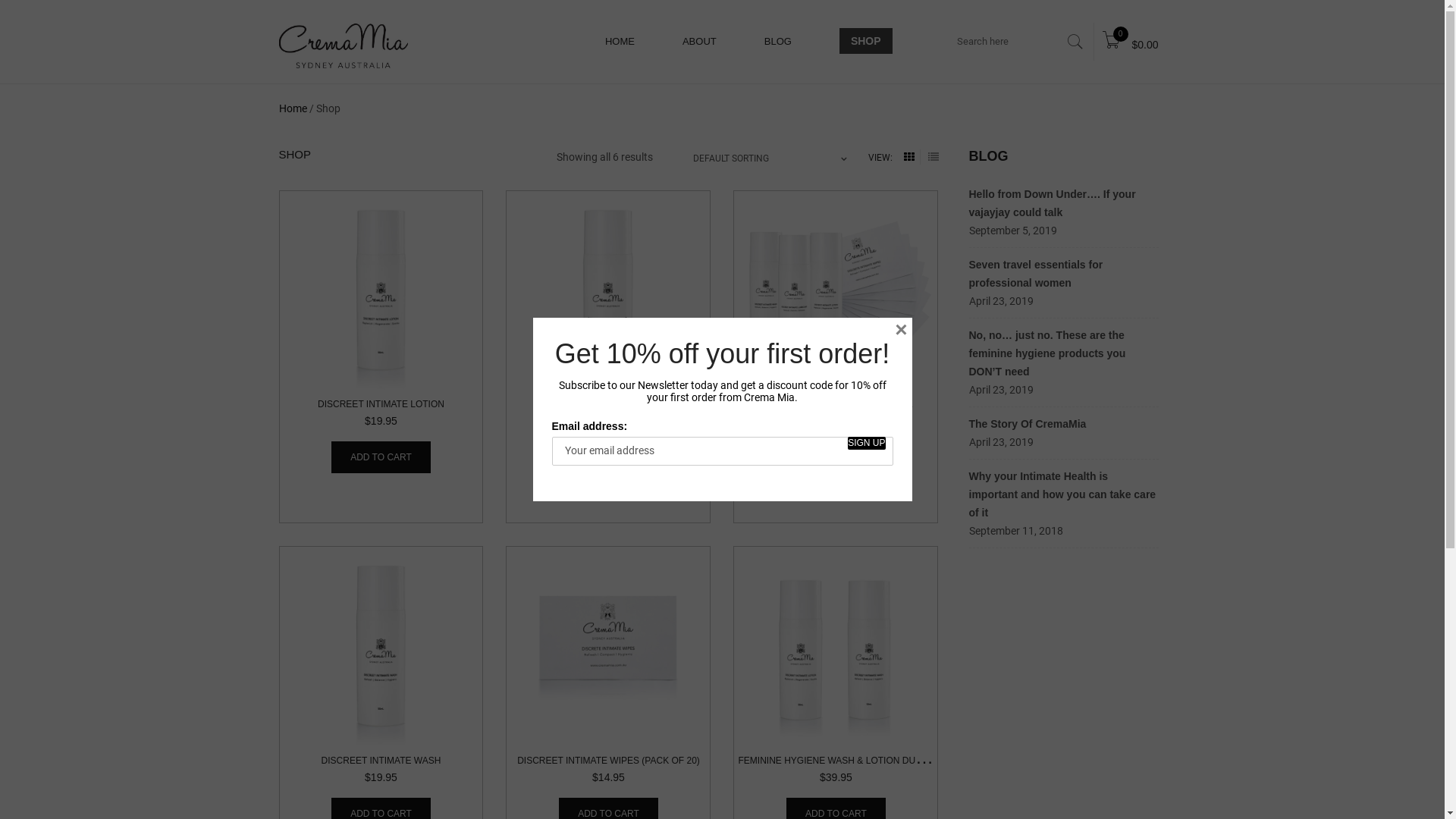 The width and height of the screenshot is (1456, 819). Describe the element at coordinates (778, 40) in the screenshot. I see `'BLOG'` at that location.